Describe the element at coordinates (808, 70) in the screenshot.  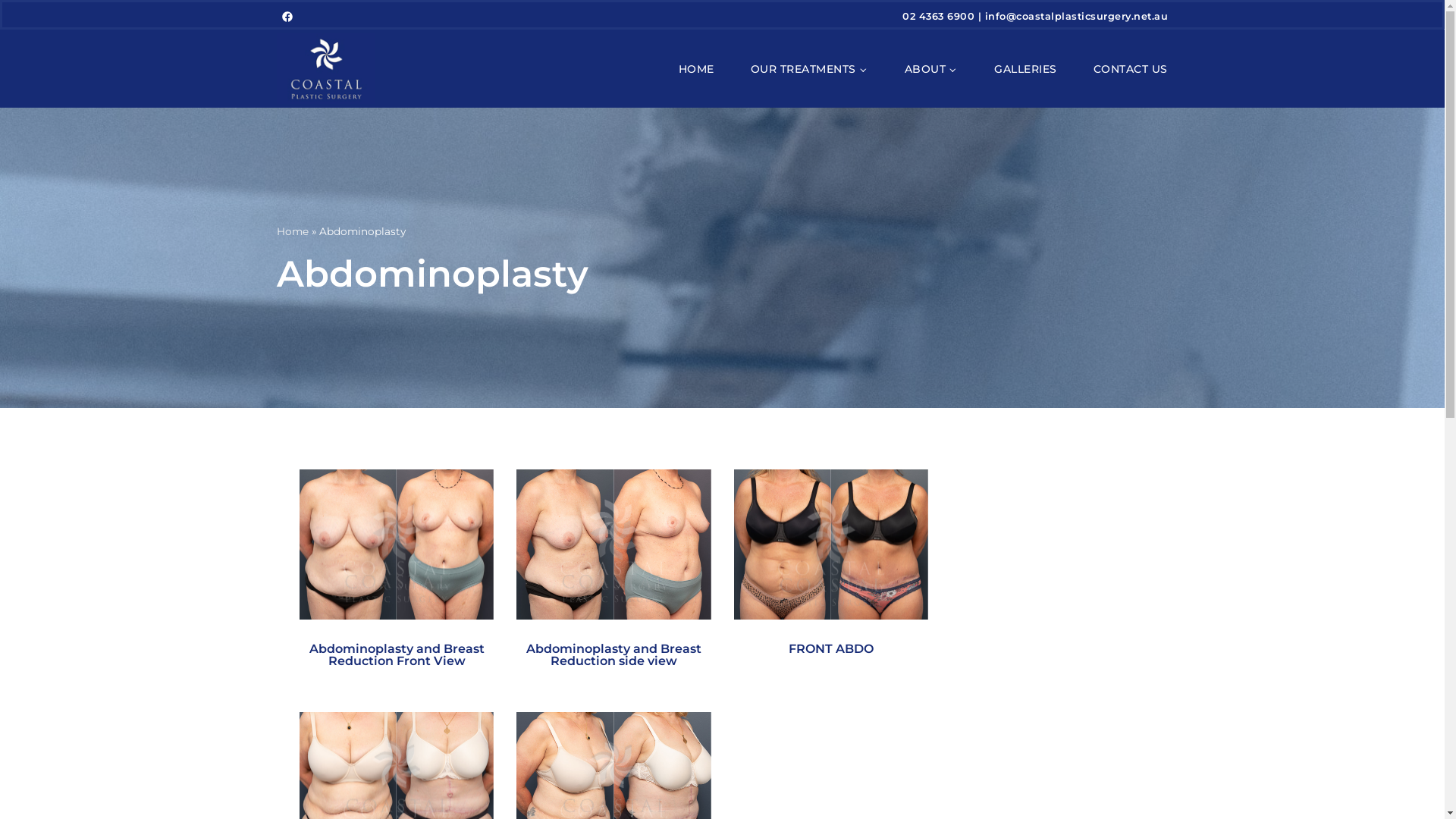
I see `'OUR TREATMENTS'` at that location.